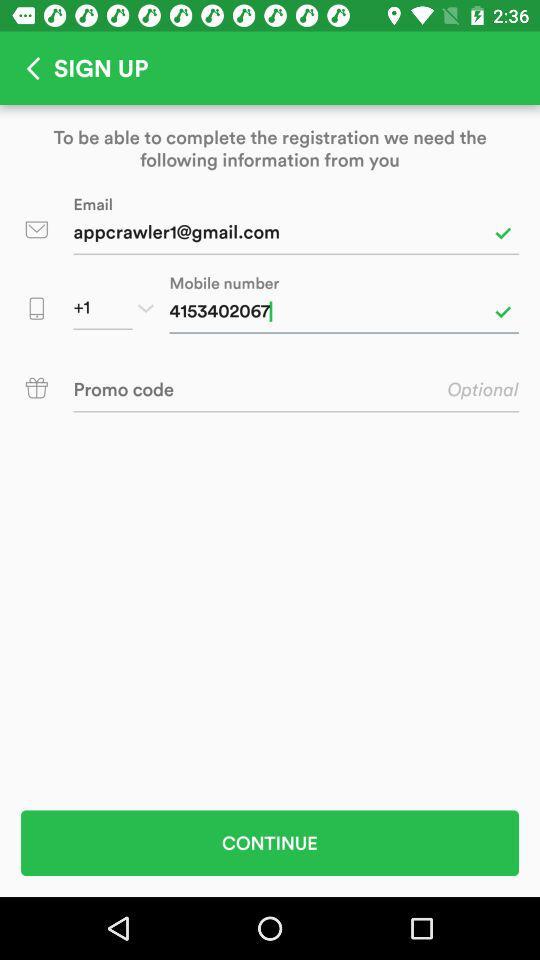  Describe the element at coordinates (26, 68) in the screenshot. I see `go back` at that location.